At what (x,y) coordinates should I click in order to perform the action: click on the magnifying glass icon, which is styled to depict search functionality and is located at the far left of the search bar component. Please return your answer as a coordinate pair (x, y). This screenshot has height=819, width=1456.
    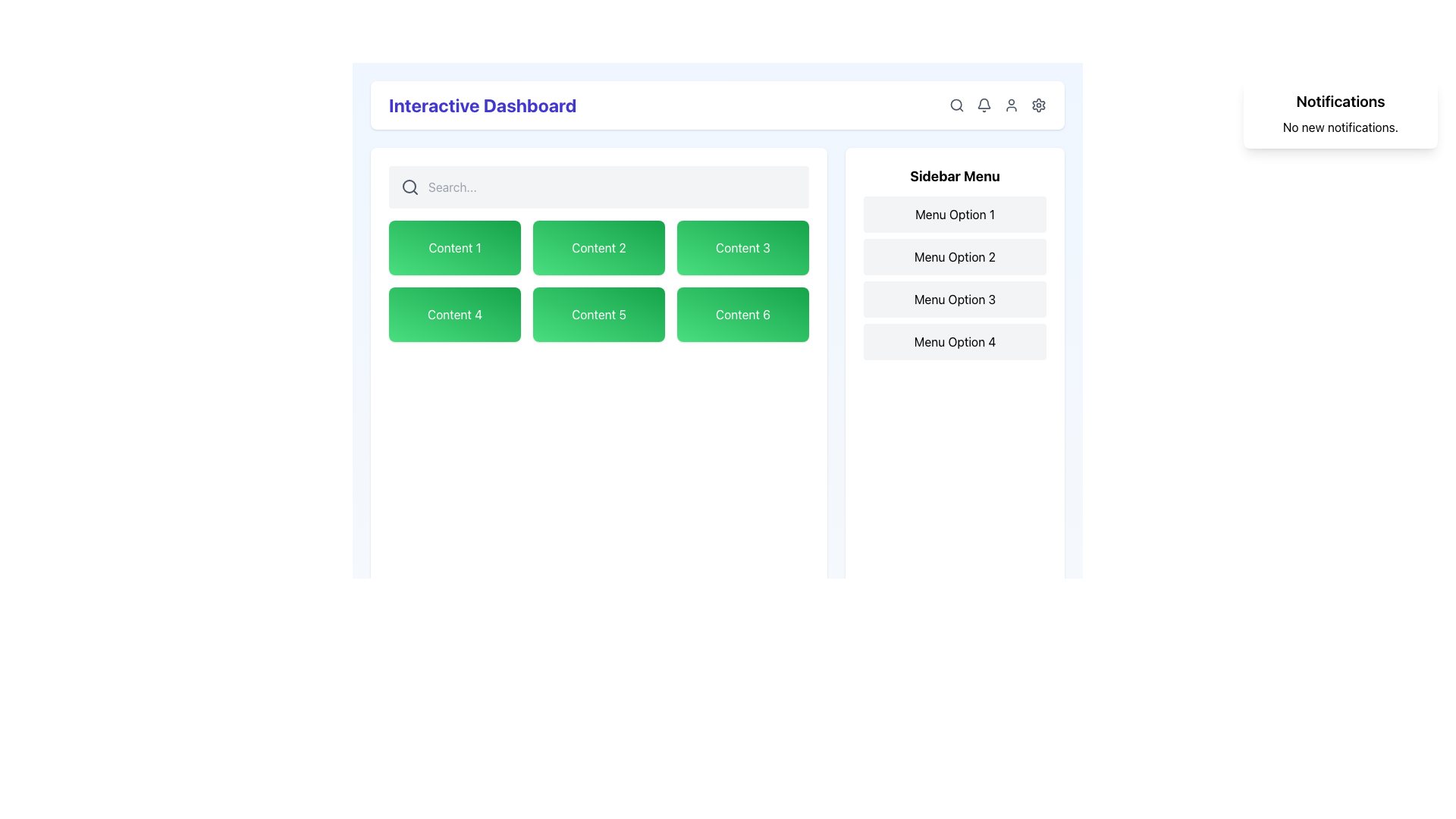
    Looking at the image, I should click on (410, 186).